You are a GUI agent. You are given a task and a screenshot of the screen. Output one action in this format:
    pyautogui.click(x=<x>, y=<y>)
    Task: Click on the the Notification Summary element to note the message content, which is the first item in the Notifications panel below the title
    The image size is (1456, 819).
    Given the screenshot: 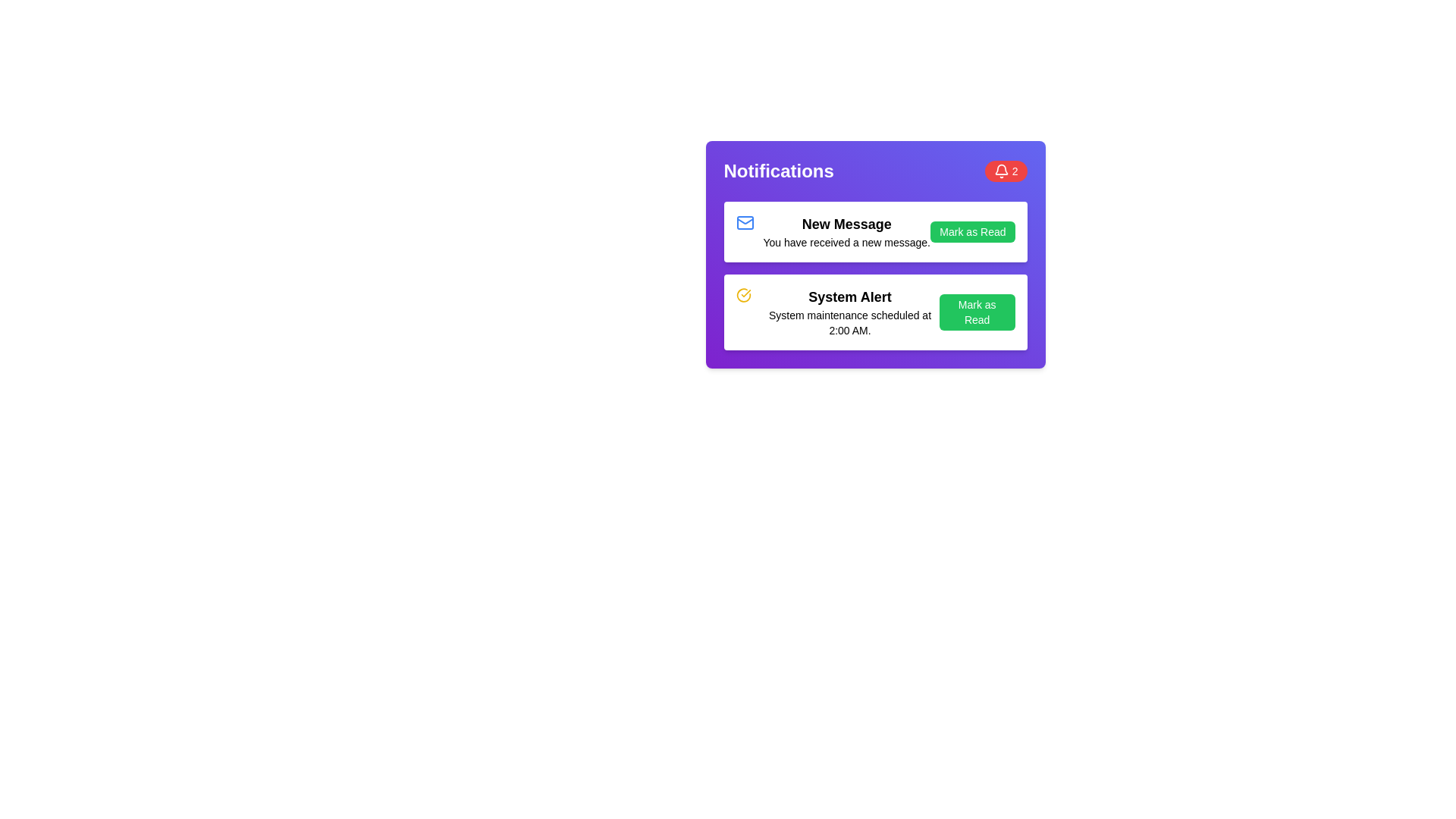 What is the action you would take?
    pyautogui.click(x=832, y=231)
    